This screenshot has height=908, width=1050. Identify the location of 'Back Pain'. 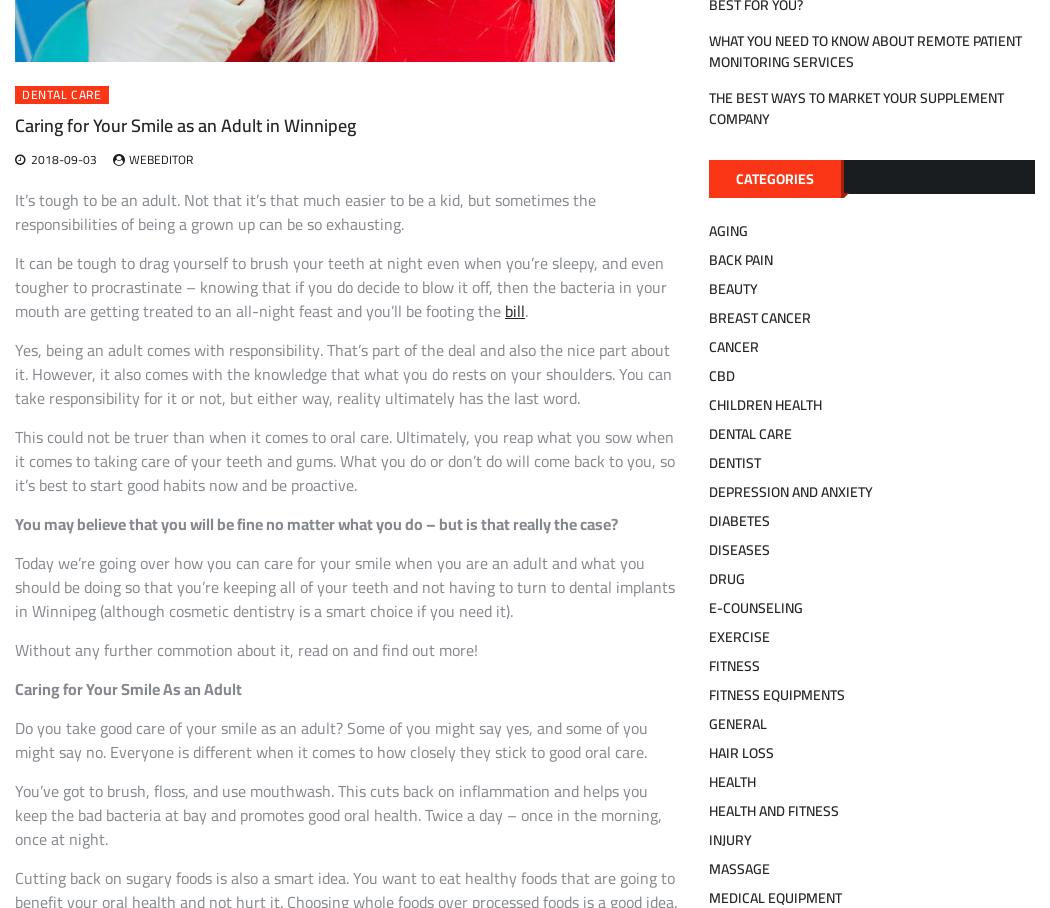
(739, 258).